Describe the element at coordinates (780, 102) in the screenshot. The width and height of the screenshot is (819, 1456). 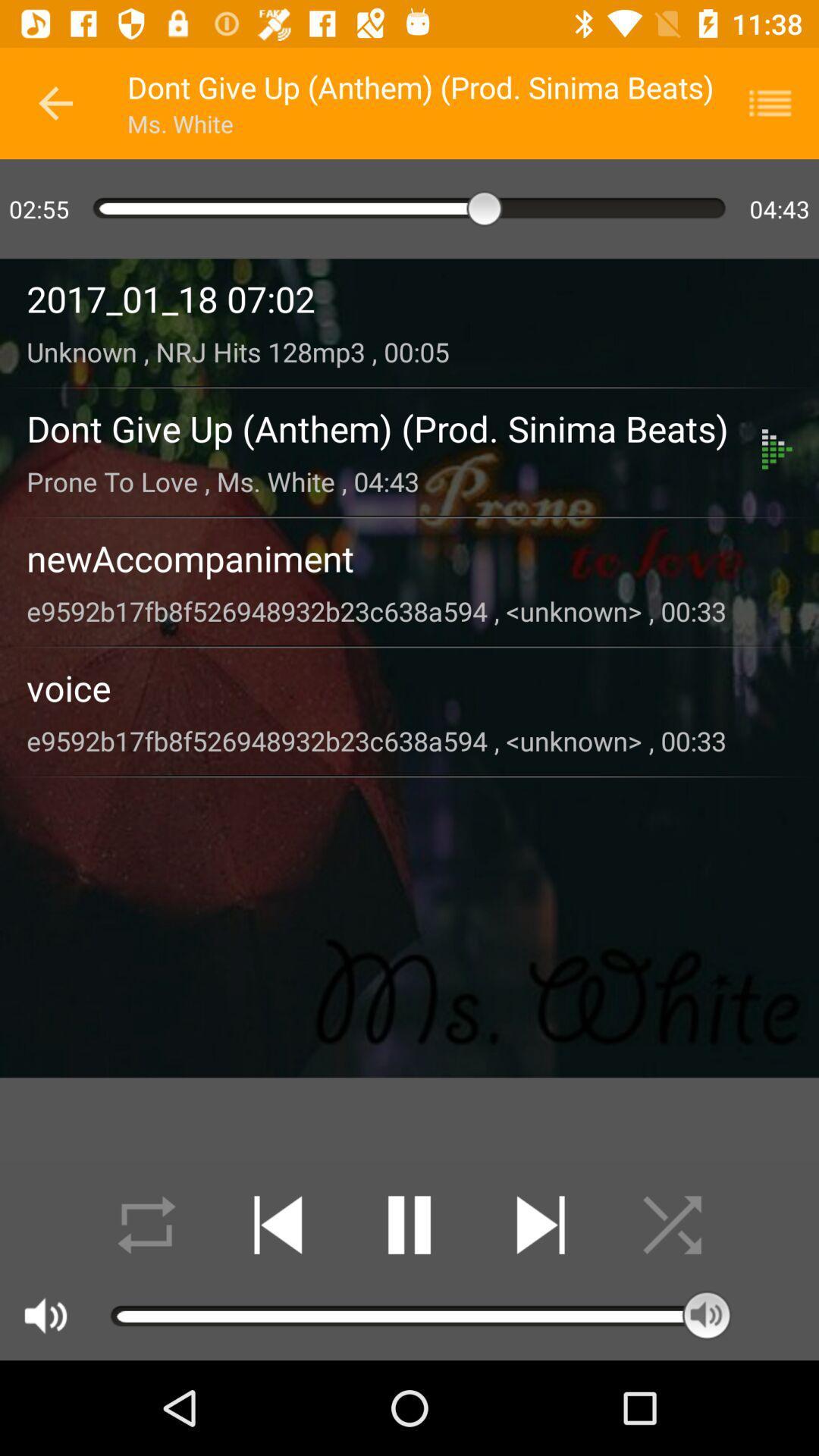
I see `bring up playlist` at that location.